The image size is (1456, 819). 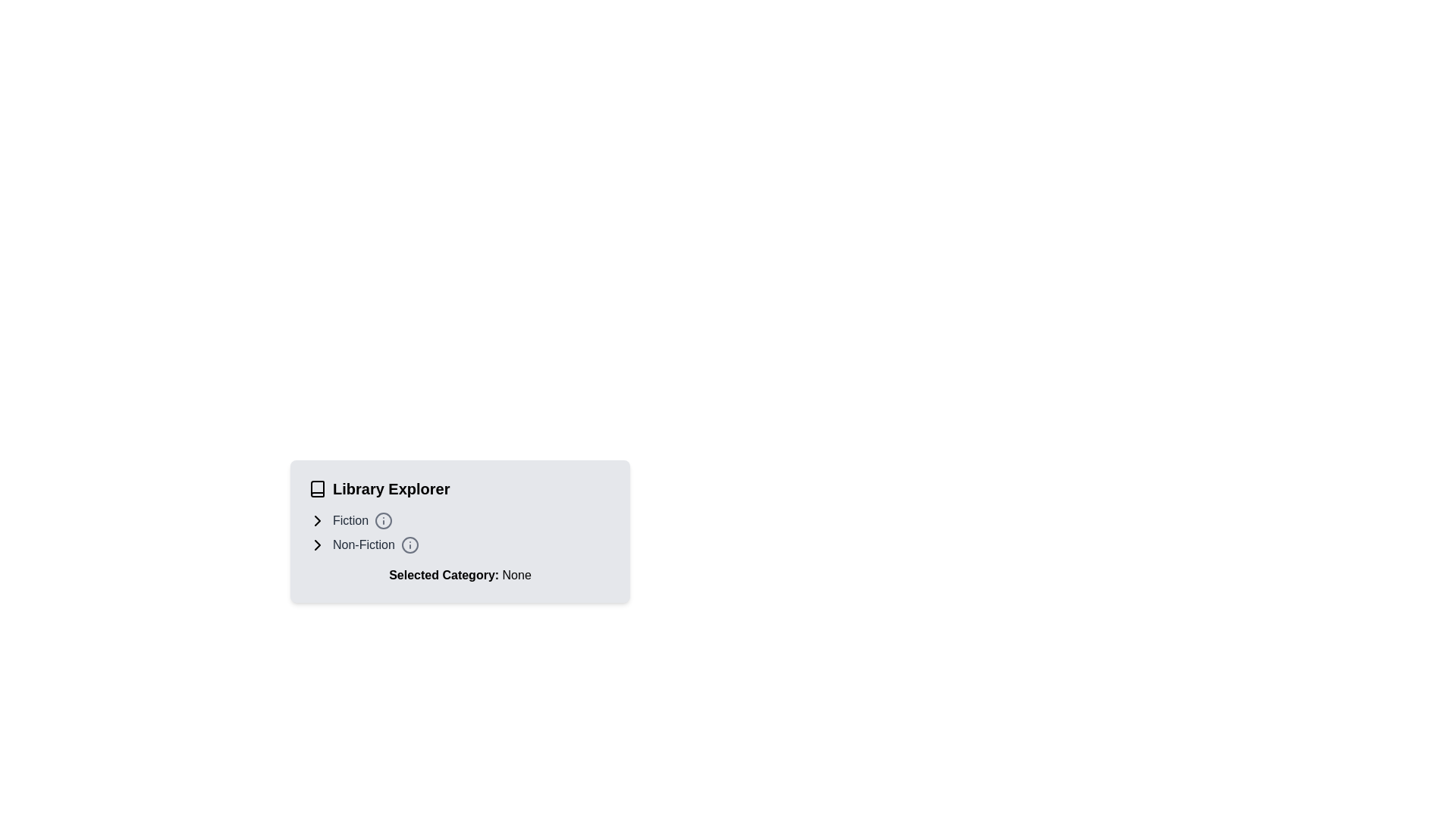 What do you see at coordinates (316, 488) in the screenshot?
I see `the decorative icon for the 'Library Explorer' section, located at the far left of the header before the title text 'Library Explorer'` at bounding box center [316, 488].